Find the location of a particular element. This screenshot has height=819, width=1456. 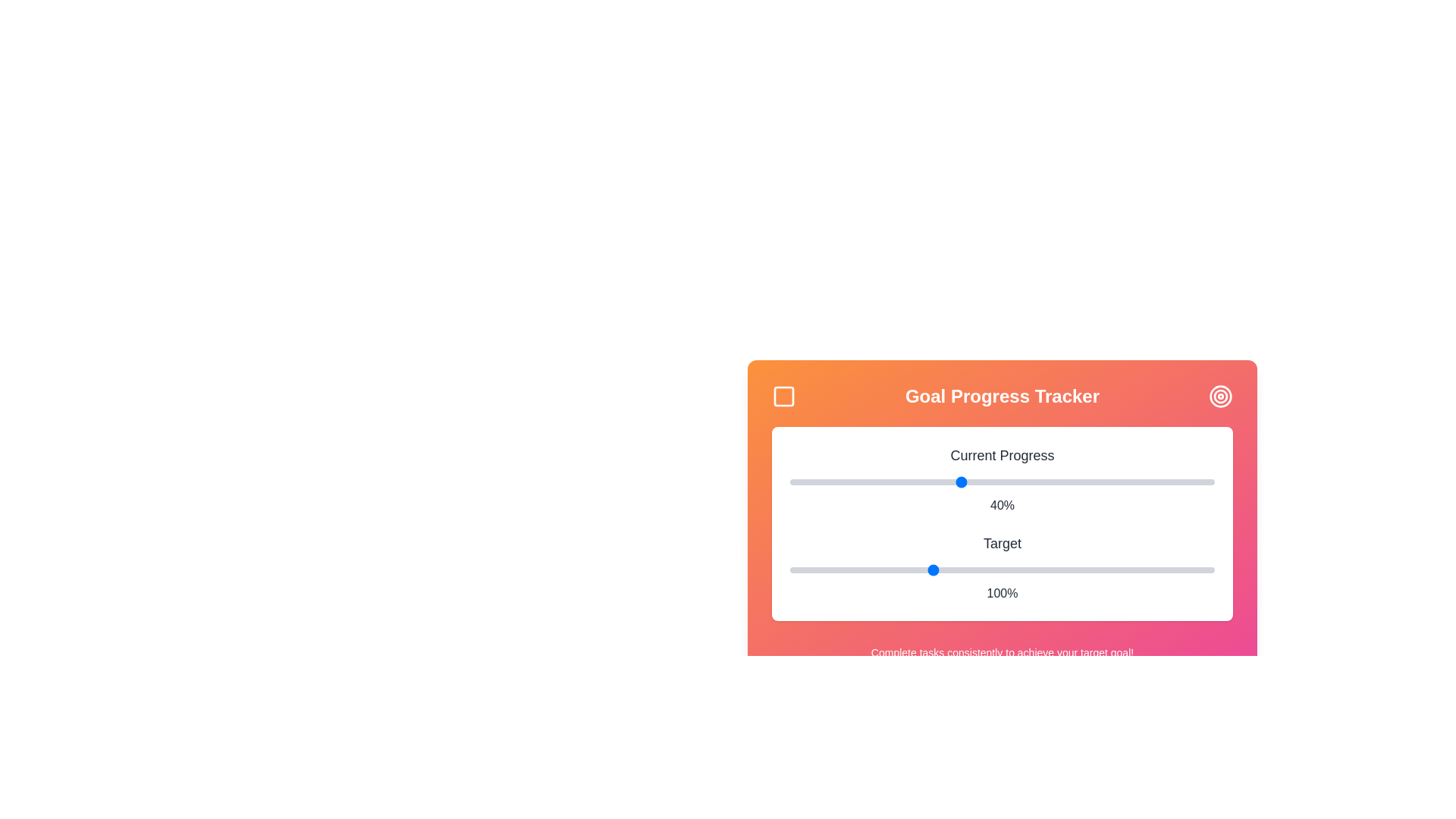

the 'Target' slider to set its value to 172 is located at coordinates (1135, 570).